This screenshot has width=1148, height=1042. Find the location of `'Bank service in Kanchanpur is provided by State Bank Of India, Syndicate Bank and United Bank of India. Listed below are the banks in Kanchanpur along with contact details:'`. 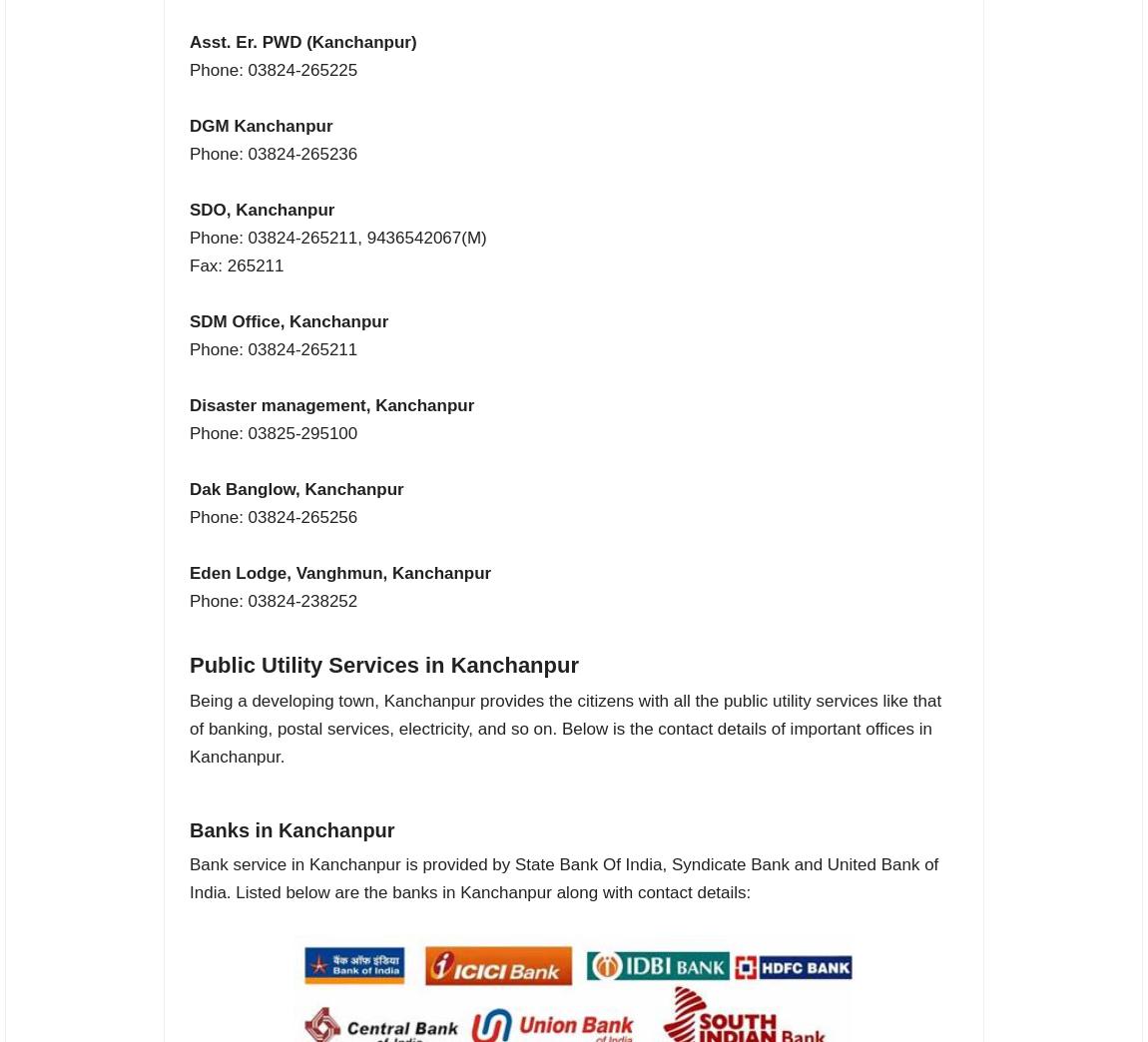

'Bank service in Kanchanpur is provided by State Bank Of India, Syndicate Bank and United Bank of India. Listed below are the banks in Kanchanpur along with contact details:' is located at coordinates (563, 878).